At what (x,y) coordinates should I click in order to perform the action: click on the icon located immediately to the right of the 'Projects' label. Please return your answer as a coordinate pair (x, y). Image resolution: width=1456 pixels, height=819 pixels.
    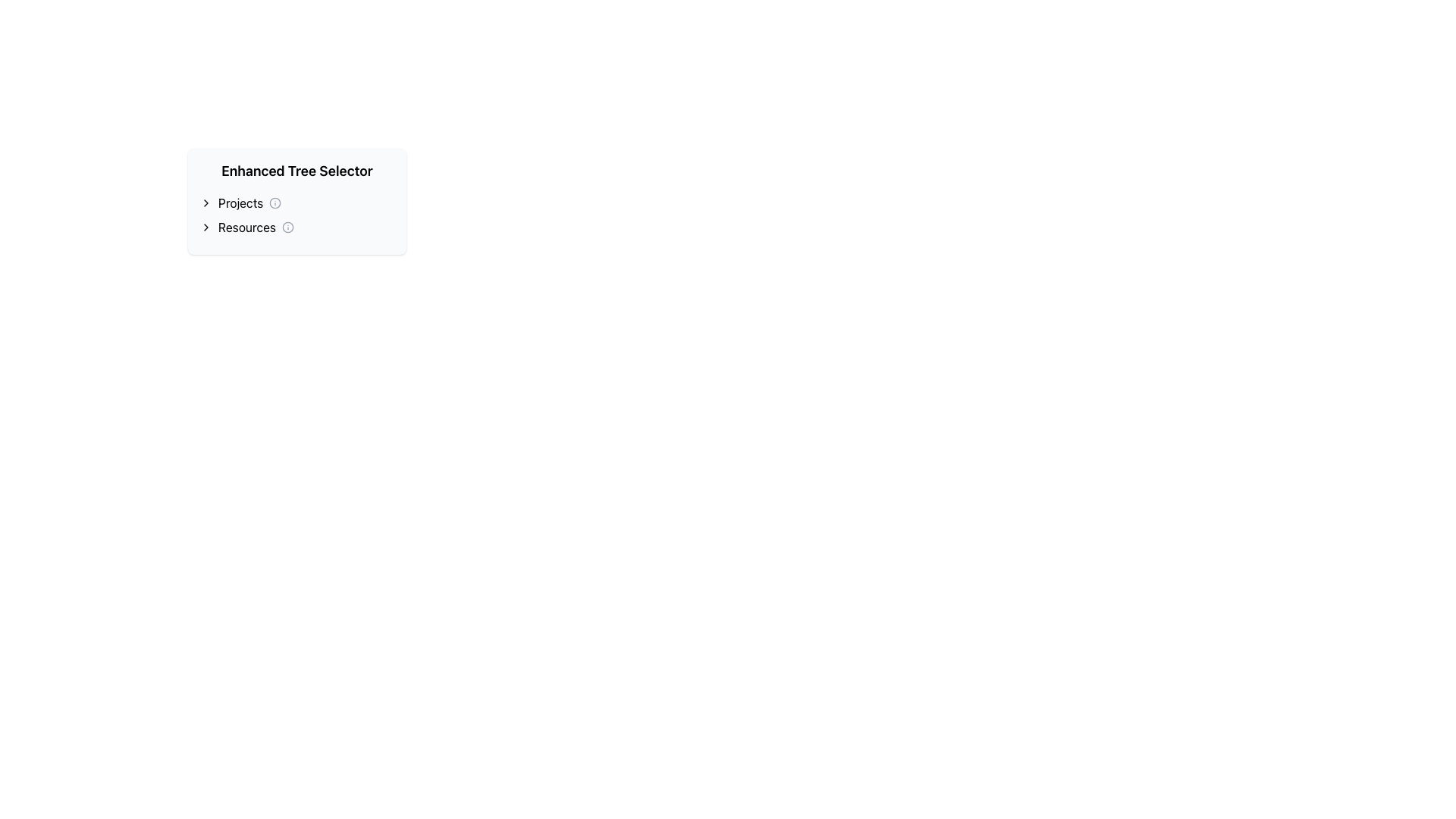
    Looking at the image, I should click on (275, 202).